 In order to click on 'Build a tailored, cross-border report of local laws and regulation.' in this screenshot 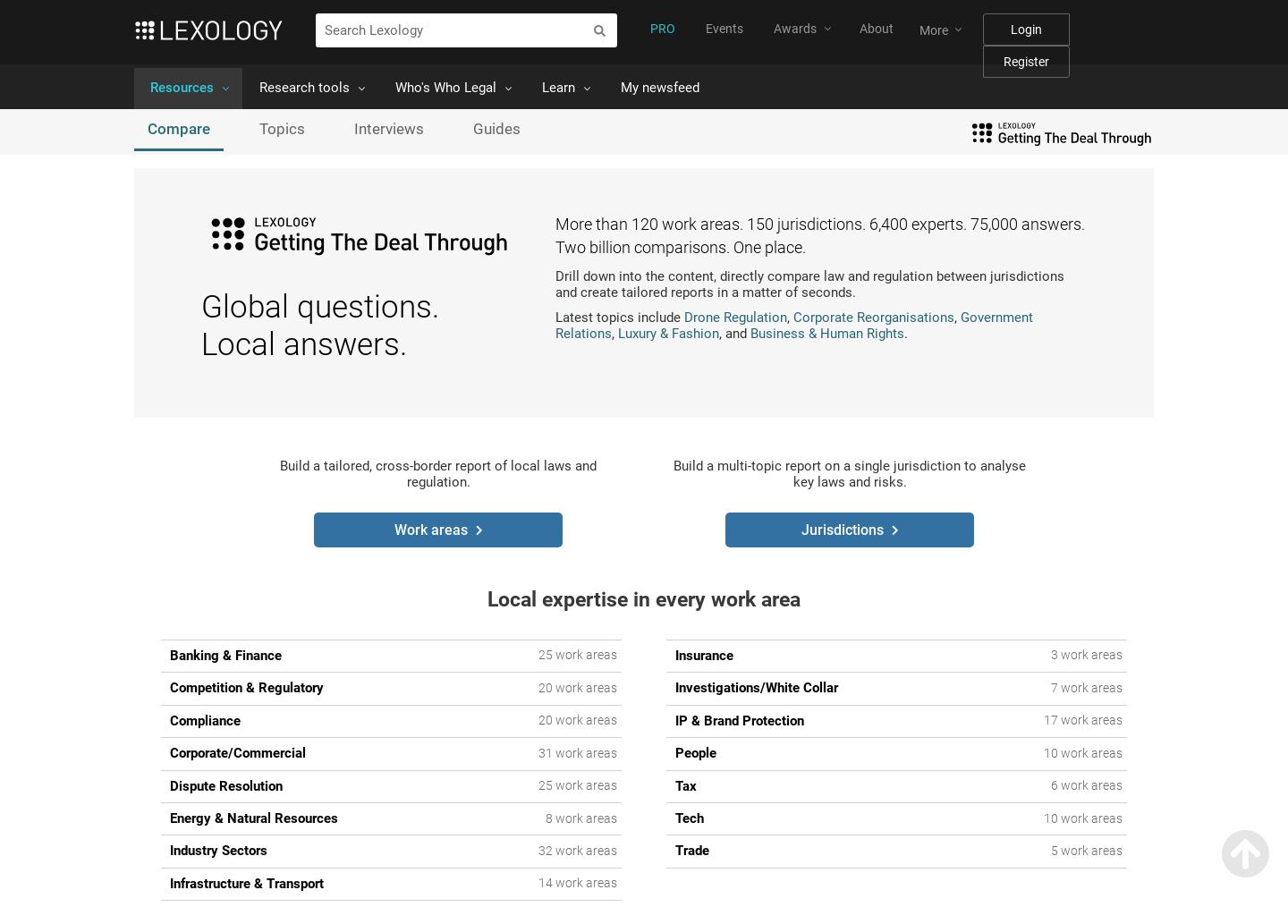, I will do `click(280, 473)`.